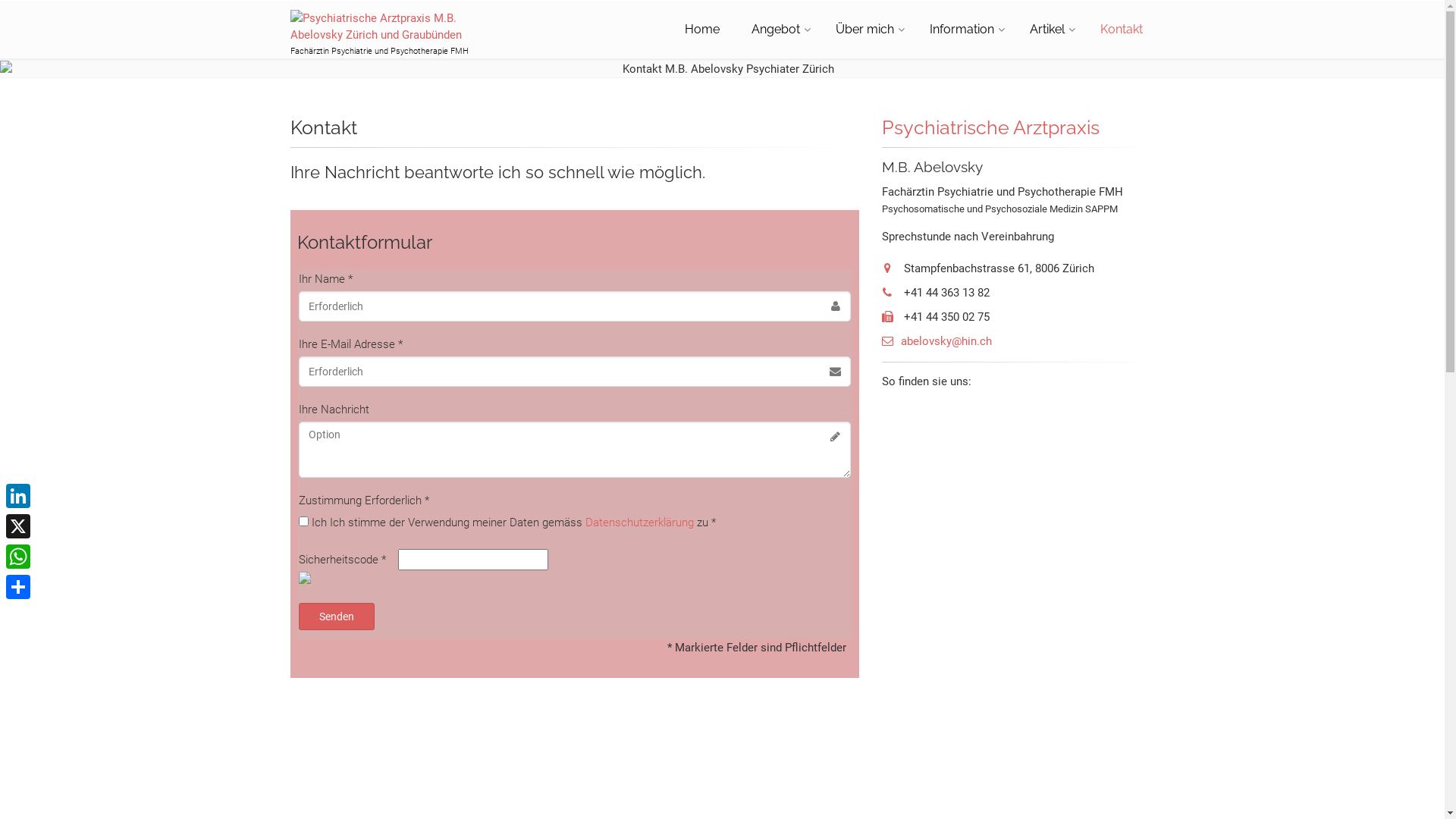 Image resolution: width=1456 pixels, height=819 pixels. What do you see at coordinates (1121, 29) in the screenshot?
I see `'Kontakt'` at bounding box center [1121, 29].